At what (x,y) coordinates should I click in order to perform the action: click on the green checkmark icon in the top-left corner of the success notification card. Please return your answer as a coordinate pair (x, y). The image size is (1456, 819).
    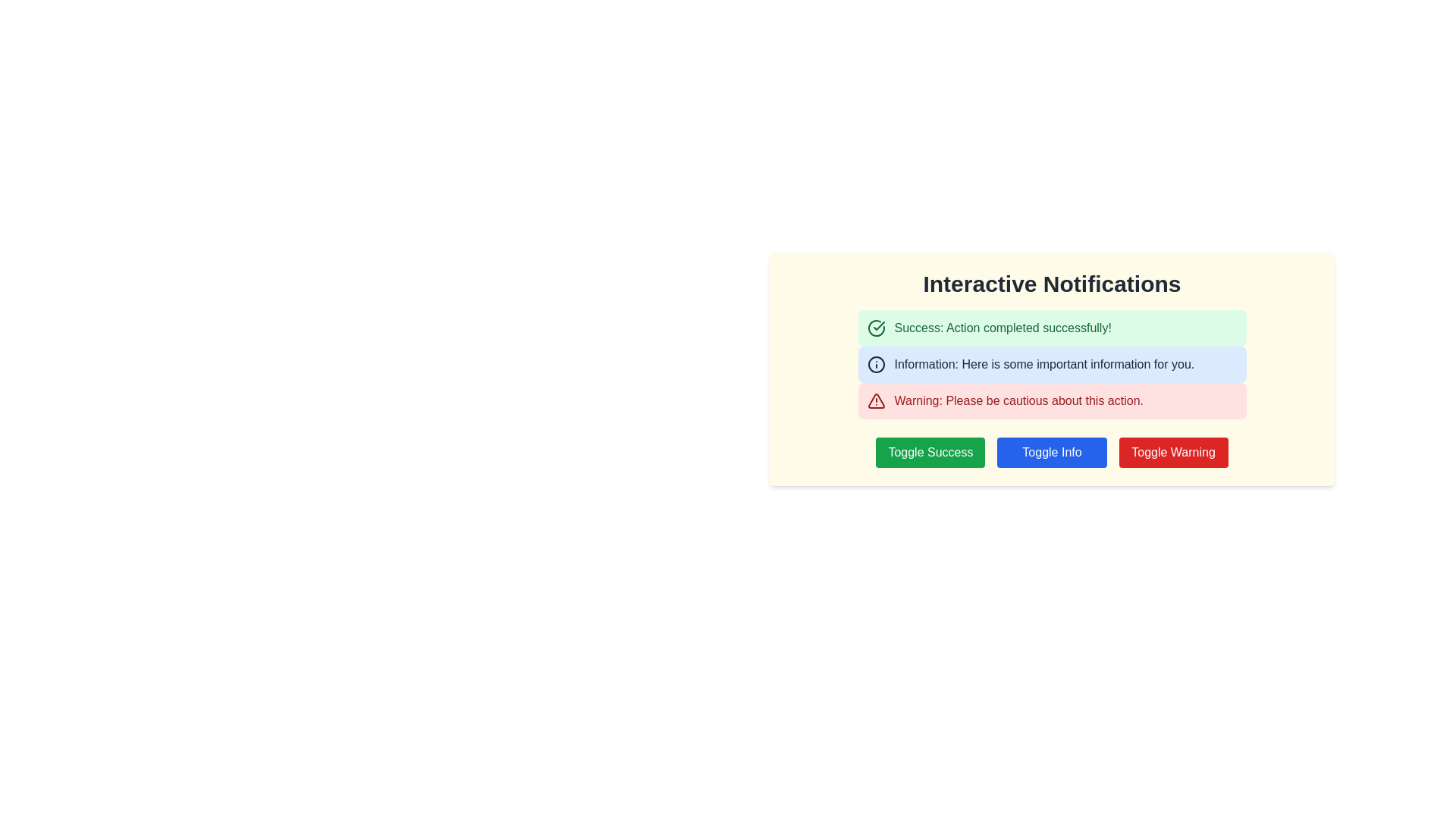
    Looking at the image, I should click on (878, 325).